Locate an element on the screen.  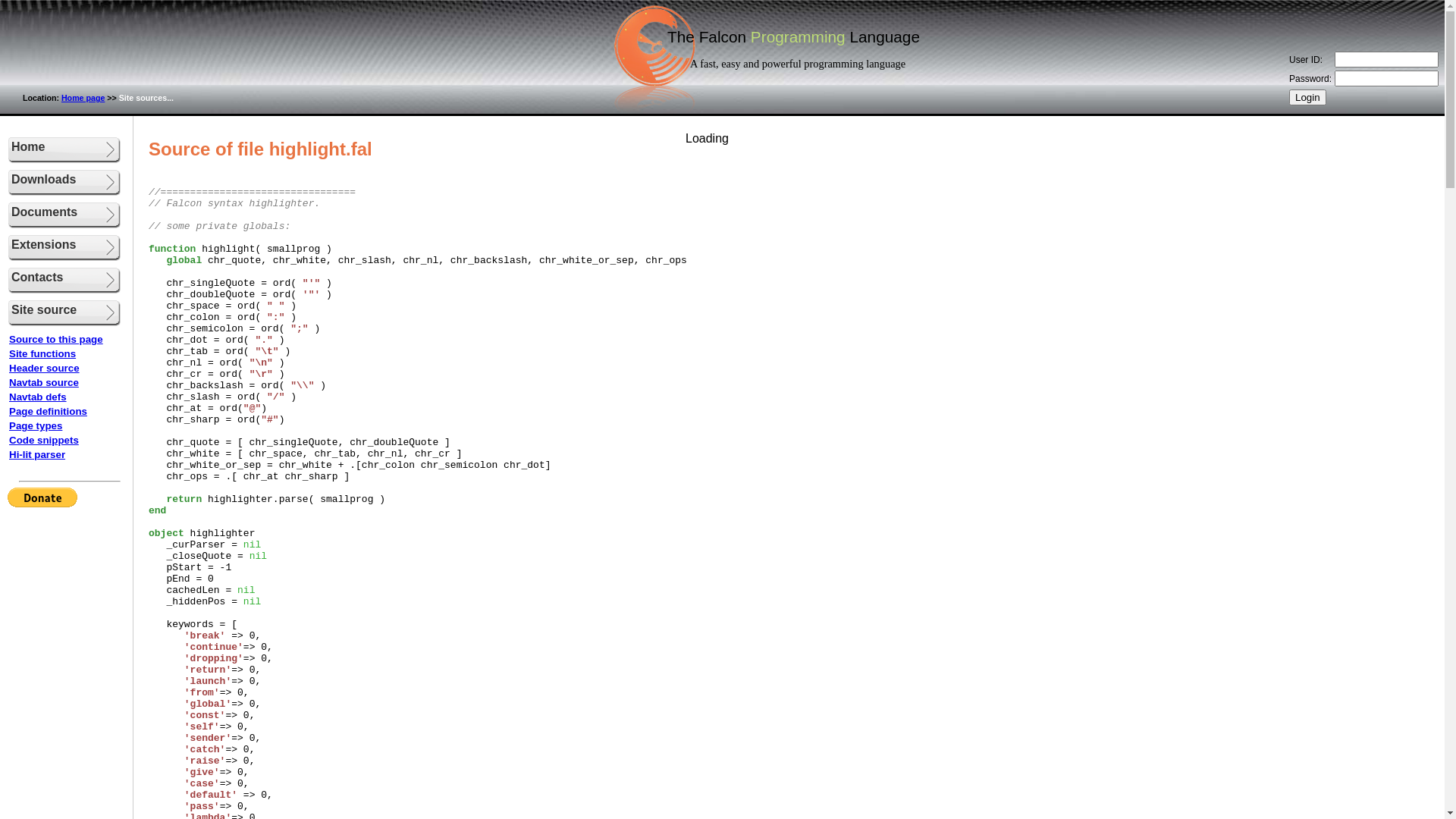
'Site functions' is located at coordinates (42, 353).